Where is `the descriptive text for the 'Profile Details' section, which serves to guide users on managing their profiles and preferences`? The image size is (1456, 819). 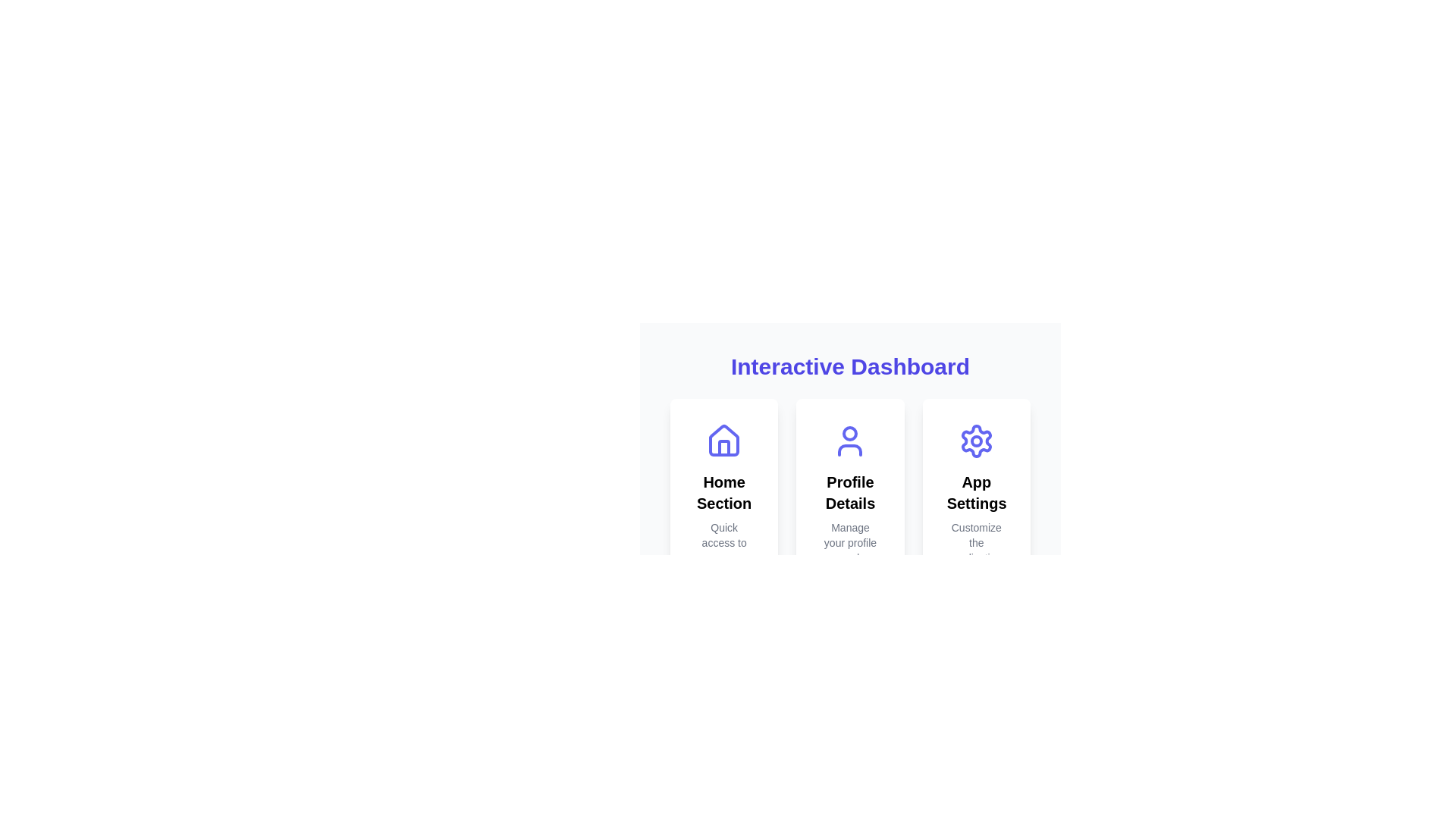 the descriptive text for the 'Profile Details' section, which serves to guide users on managing their profiles and preferences is located at coordinates (850, 550).